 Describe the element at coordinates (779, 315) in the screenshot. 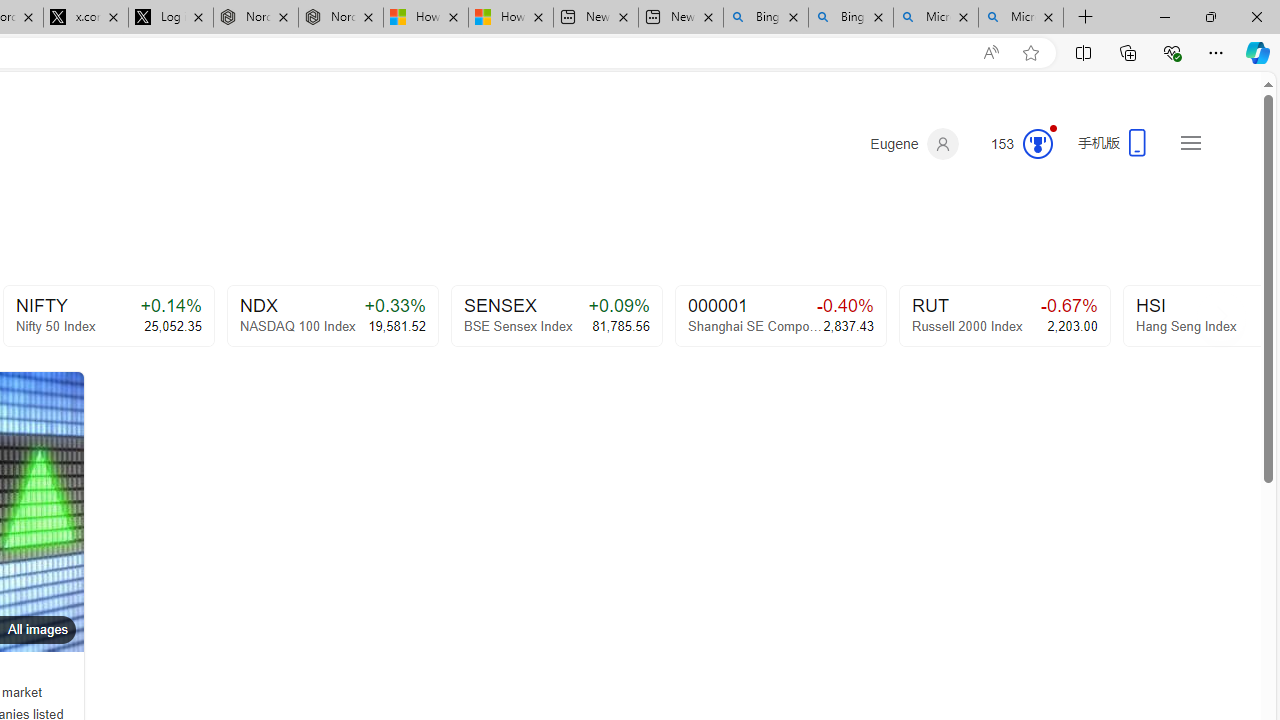

I see `'000001 -0.40% Shanghai SE Composite Index 2,837.43'` at that location.